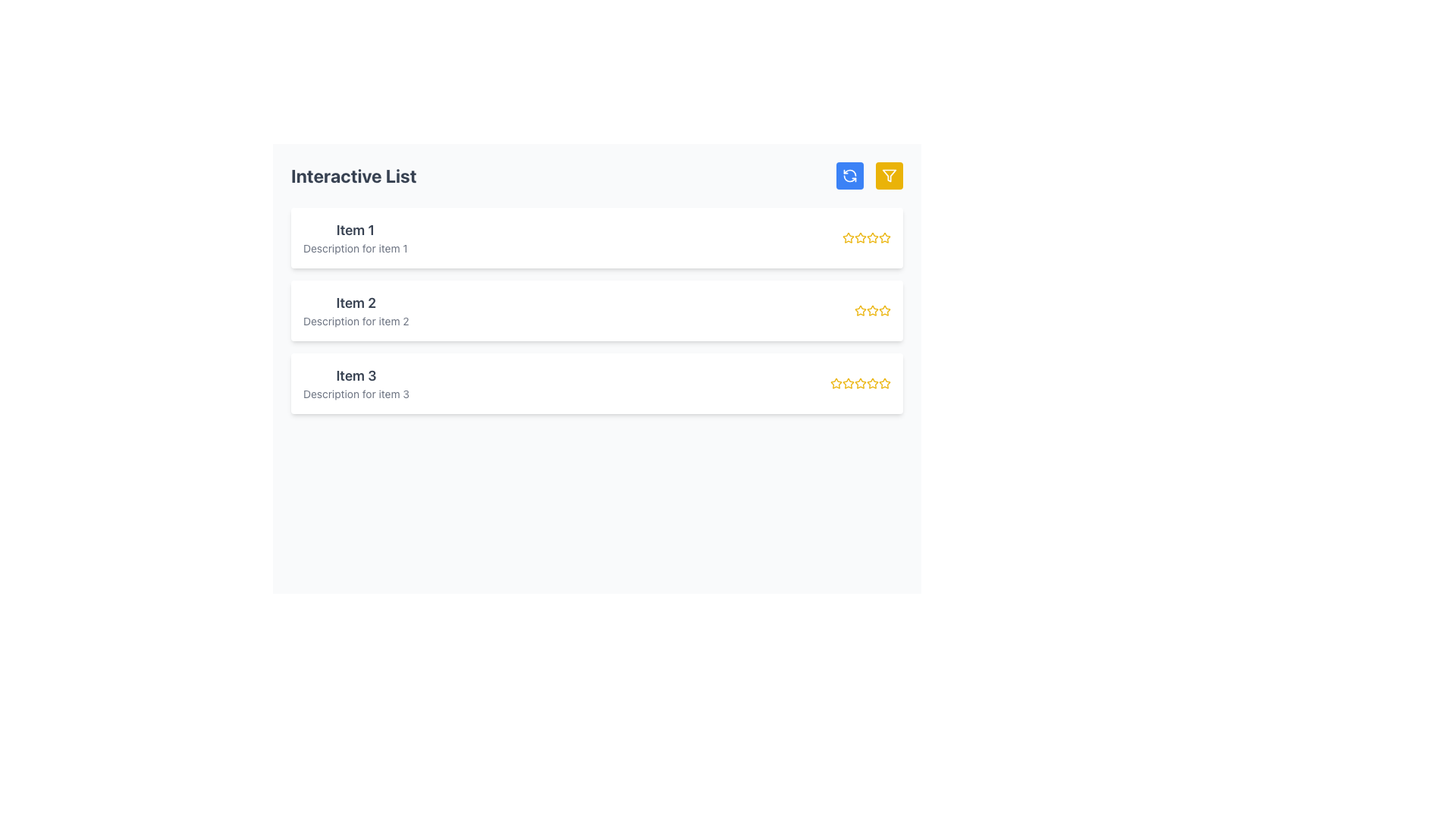 The image size is (1456, 819). I want to click on the filter button located at the top-right corner of the interface, which is the second button in a horizontal group of two, to apply or modify filters, so click(889, 174).